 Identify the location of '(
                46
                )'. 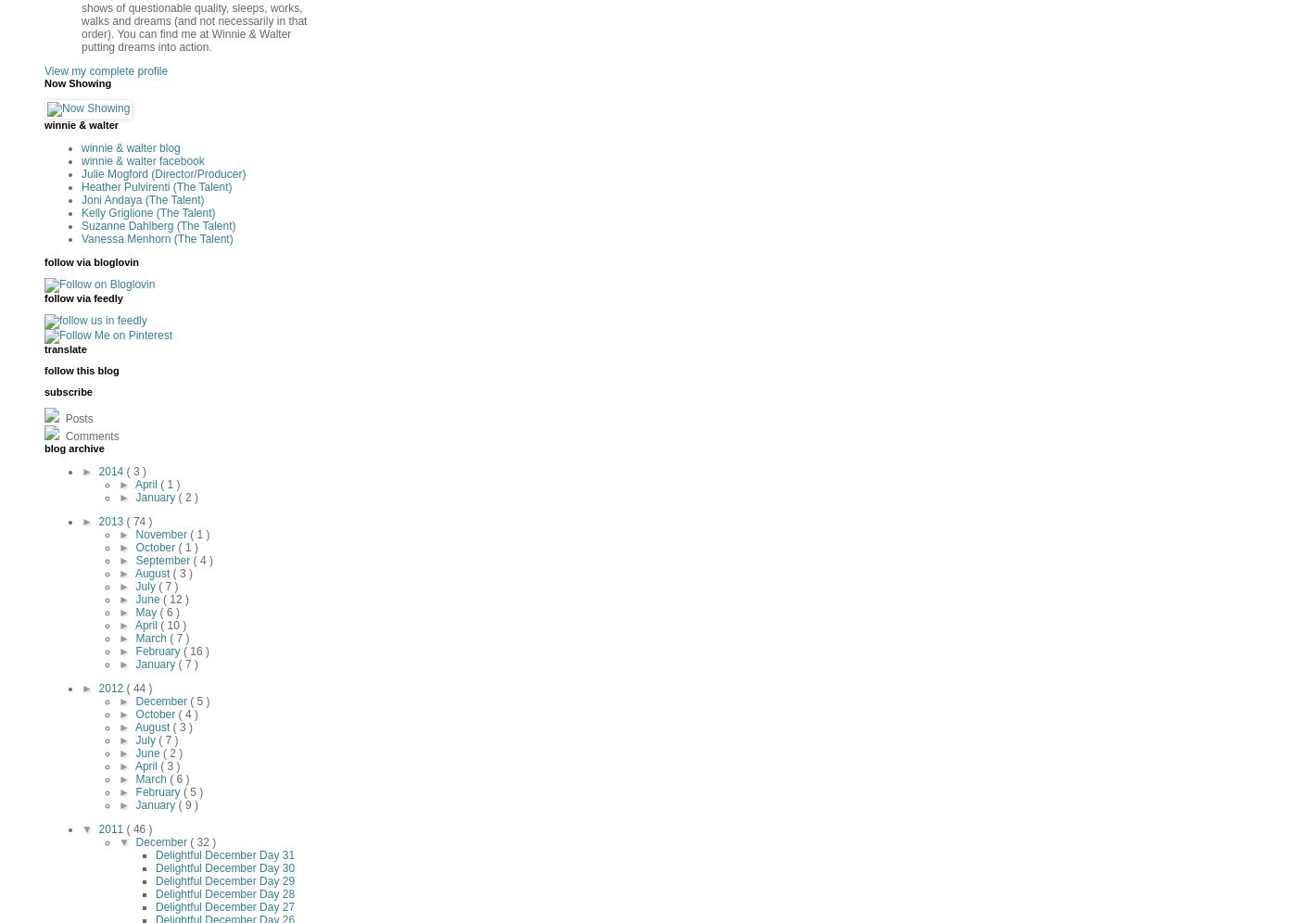
(137, 828).